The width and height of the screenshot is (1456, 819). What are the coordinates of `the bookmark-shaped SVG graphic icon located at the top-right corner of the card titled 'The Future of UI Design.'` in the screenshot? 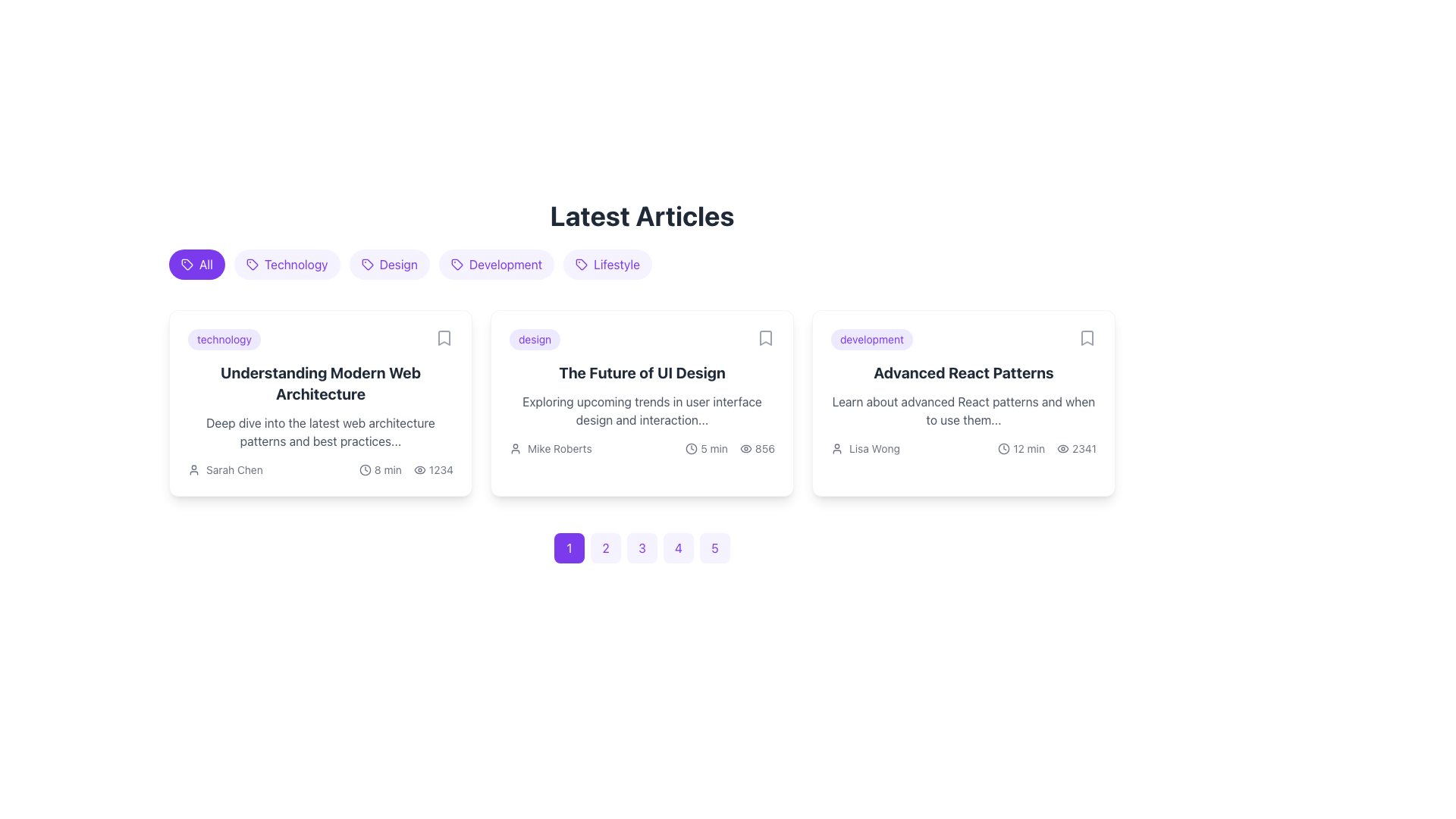 It's located at (765, 337).